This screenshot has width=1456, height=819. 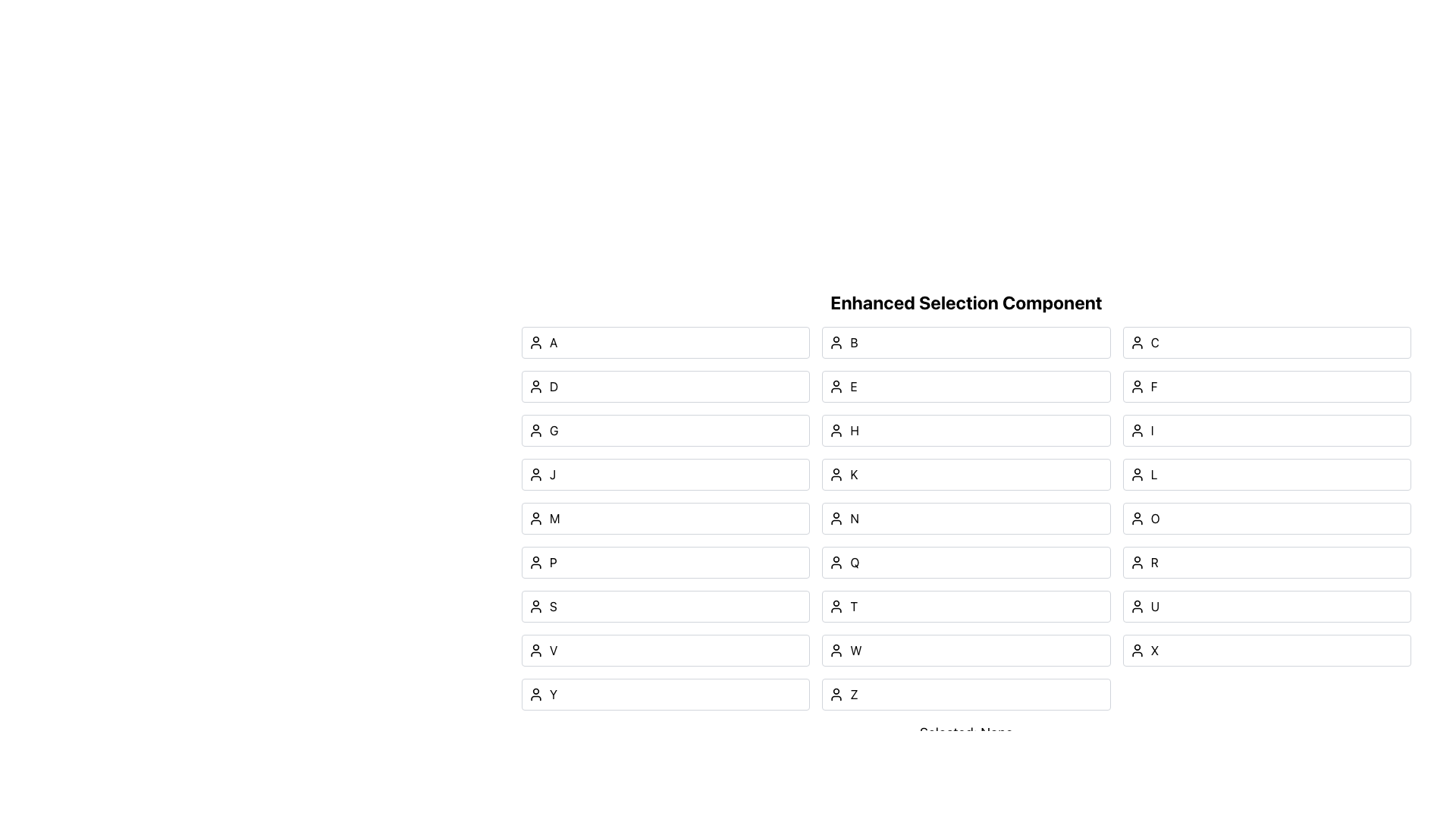 What do you see at coordinates (965, 430) in the screenshot?
I see `the button labeled 'H' located in the middle column of the grid layout, positioned between the buttons 'G' and 'I'` at bounding box center [965, 430].